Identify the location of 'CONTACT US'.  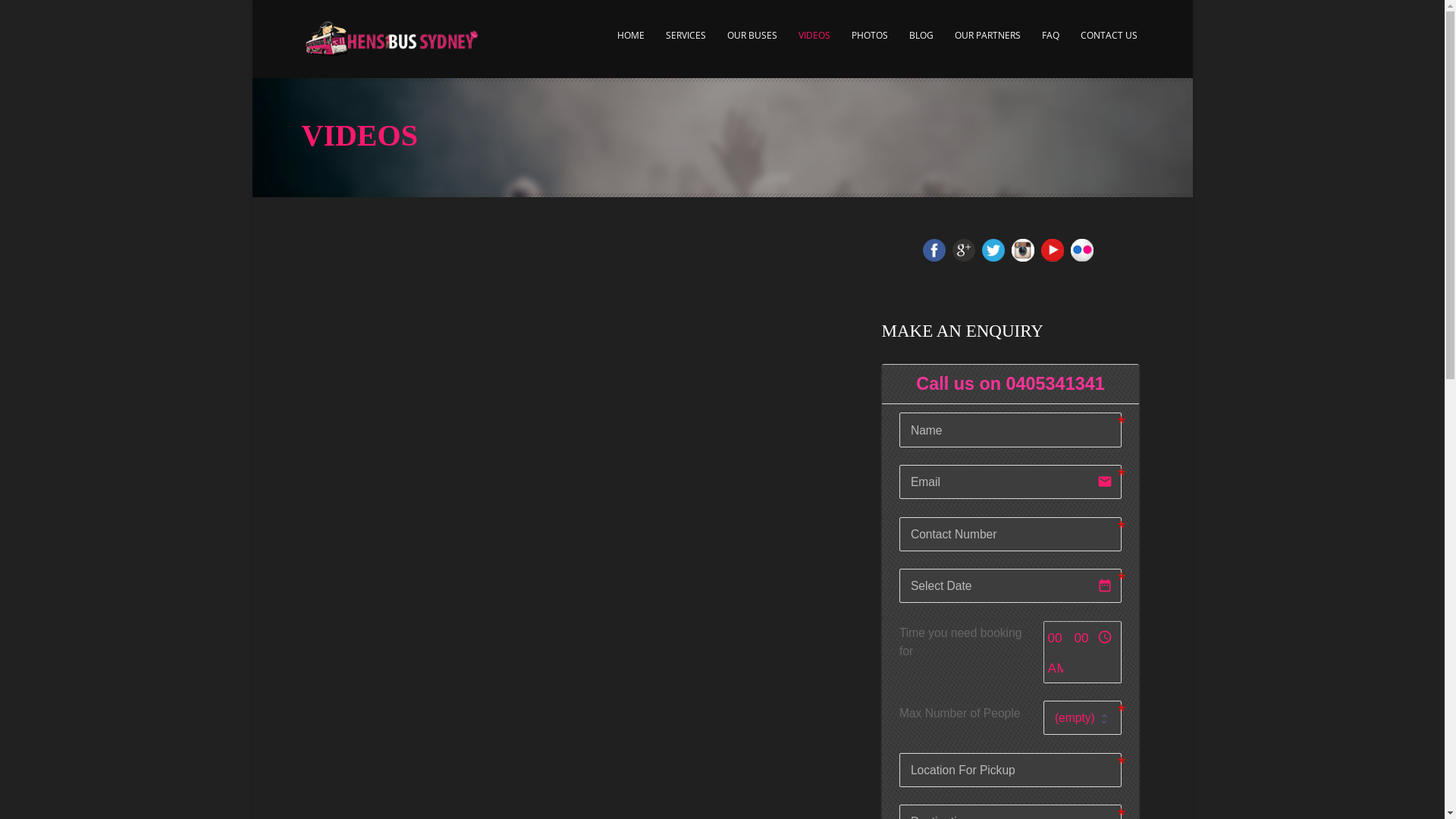
(1109, 42).